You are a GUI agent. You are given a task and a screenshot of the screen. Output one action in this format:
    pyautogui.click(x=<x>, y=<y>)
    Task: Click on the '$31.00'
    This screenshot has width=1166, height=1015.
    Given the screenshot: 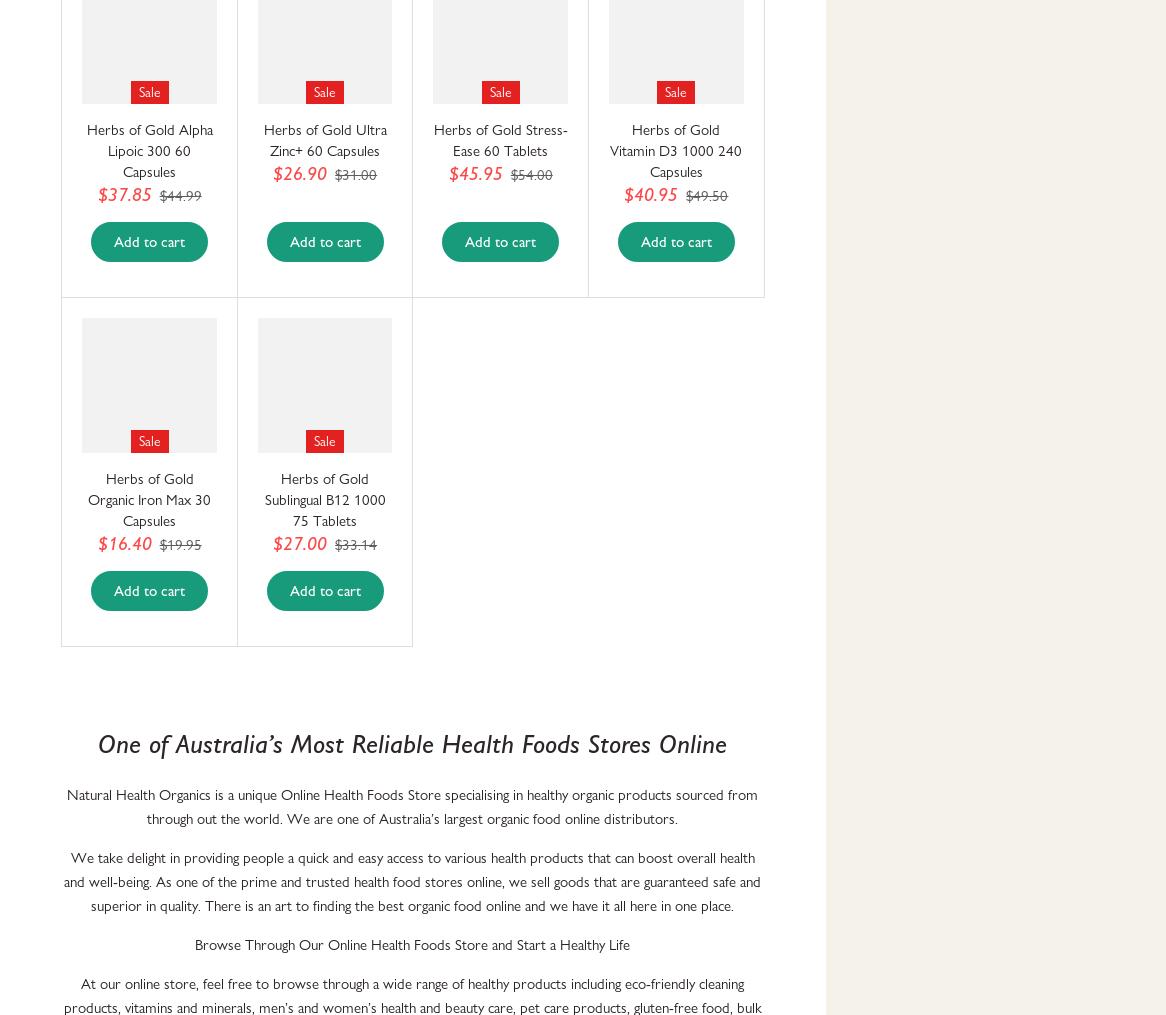 What is the action you would take?
    pyautogui.click(x=355, y=173)
    